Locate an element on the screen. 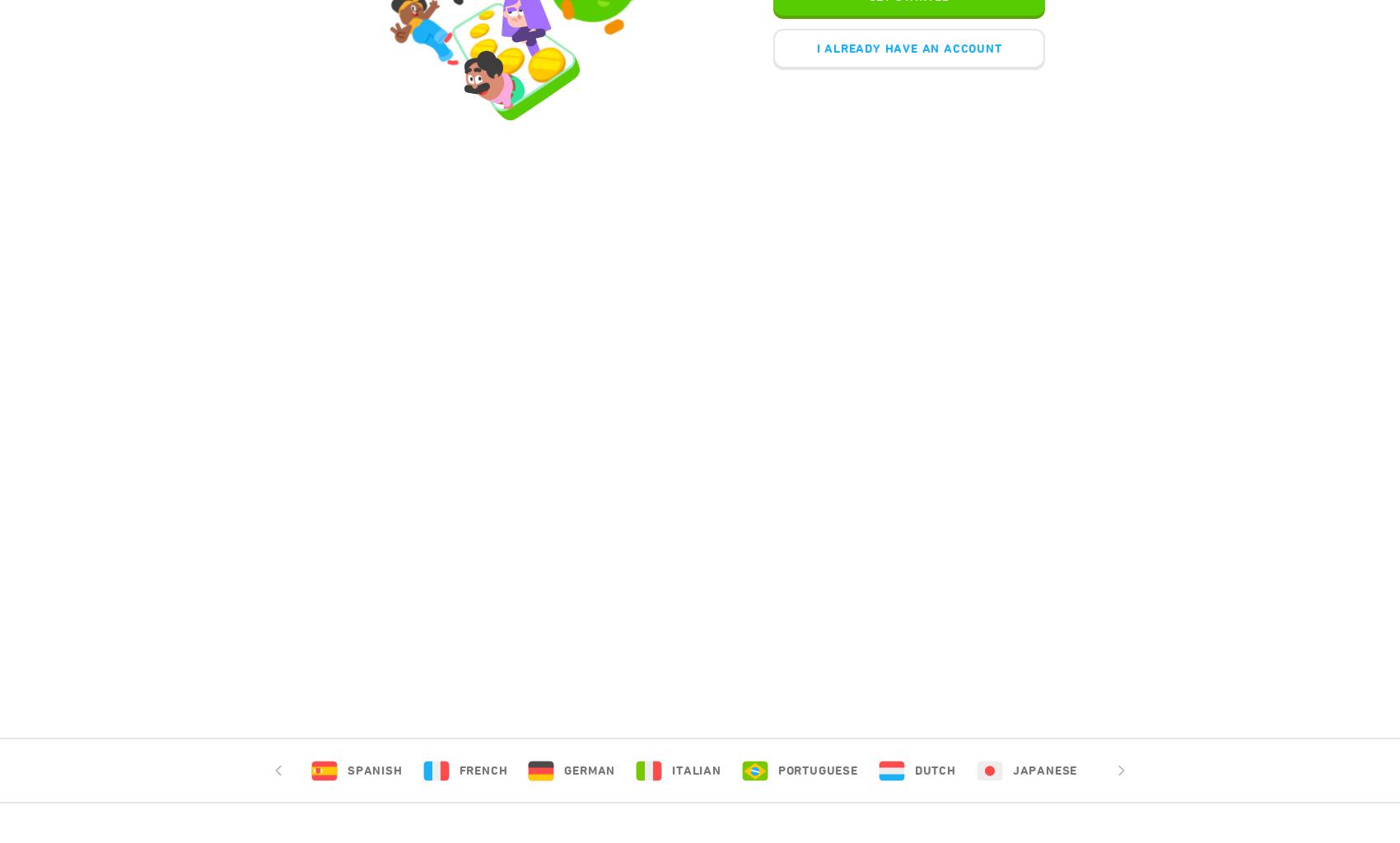 This screenshot has height=843, width=1400. 'Welsh' is located at coordinates (1353, 770).